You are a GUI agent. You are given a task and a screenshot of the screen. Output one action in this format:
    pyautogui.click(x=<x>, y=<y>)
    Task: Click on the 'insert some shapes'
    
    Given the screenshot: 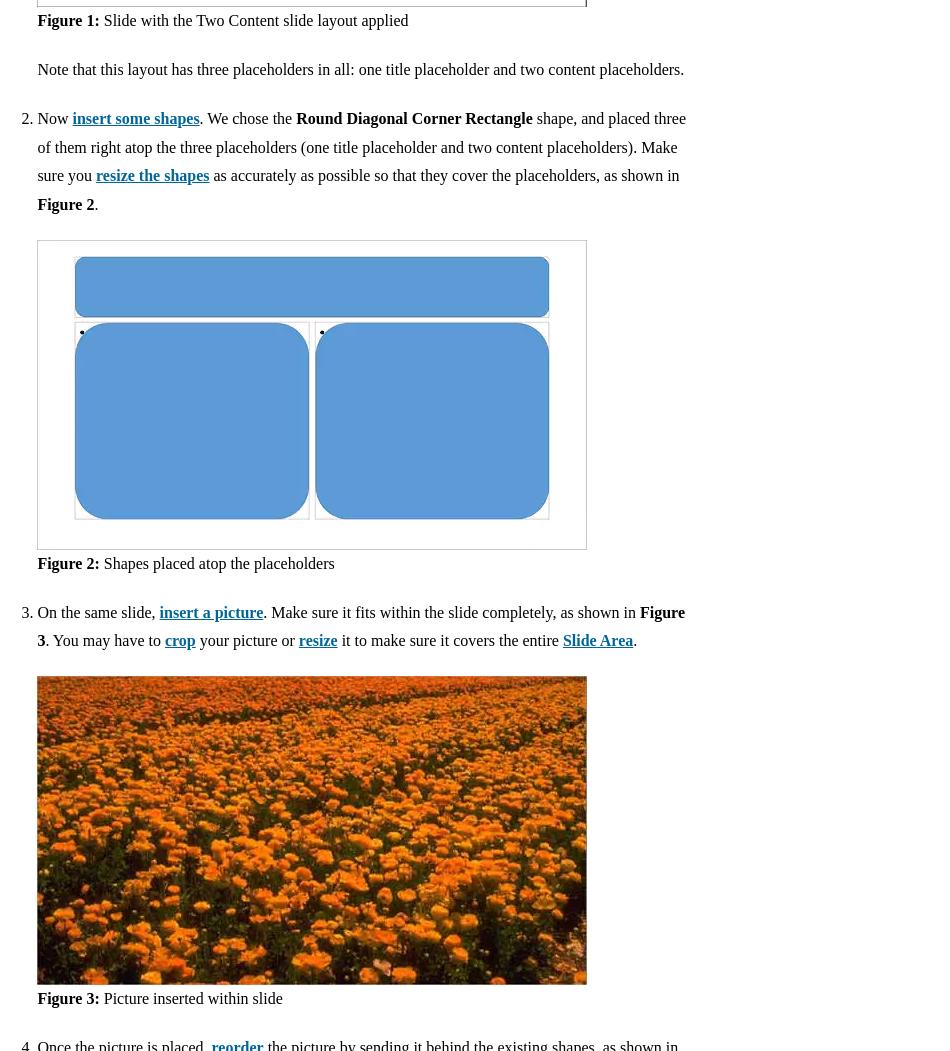 What is the action you would take?
    pyautogui.click(x=135, y=117)
    